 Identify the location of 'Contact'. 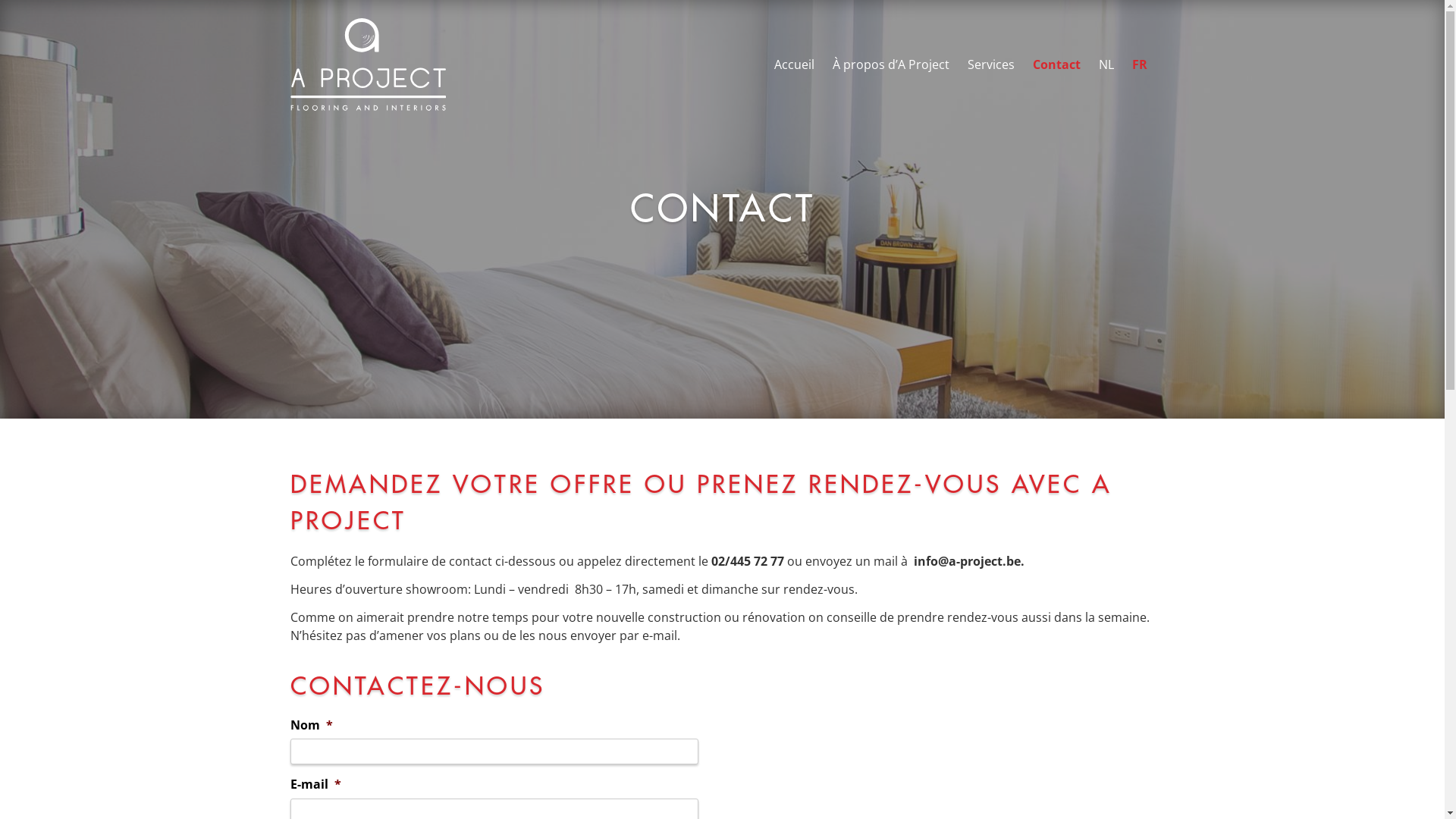
(1056, 63).